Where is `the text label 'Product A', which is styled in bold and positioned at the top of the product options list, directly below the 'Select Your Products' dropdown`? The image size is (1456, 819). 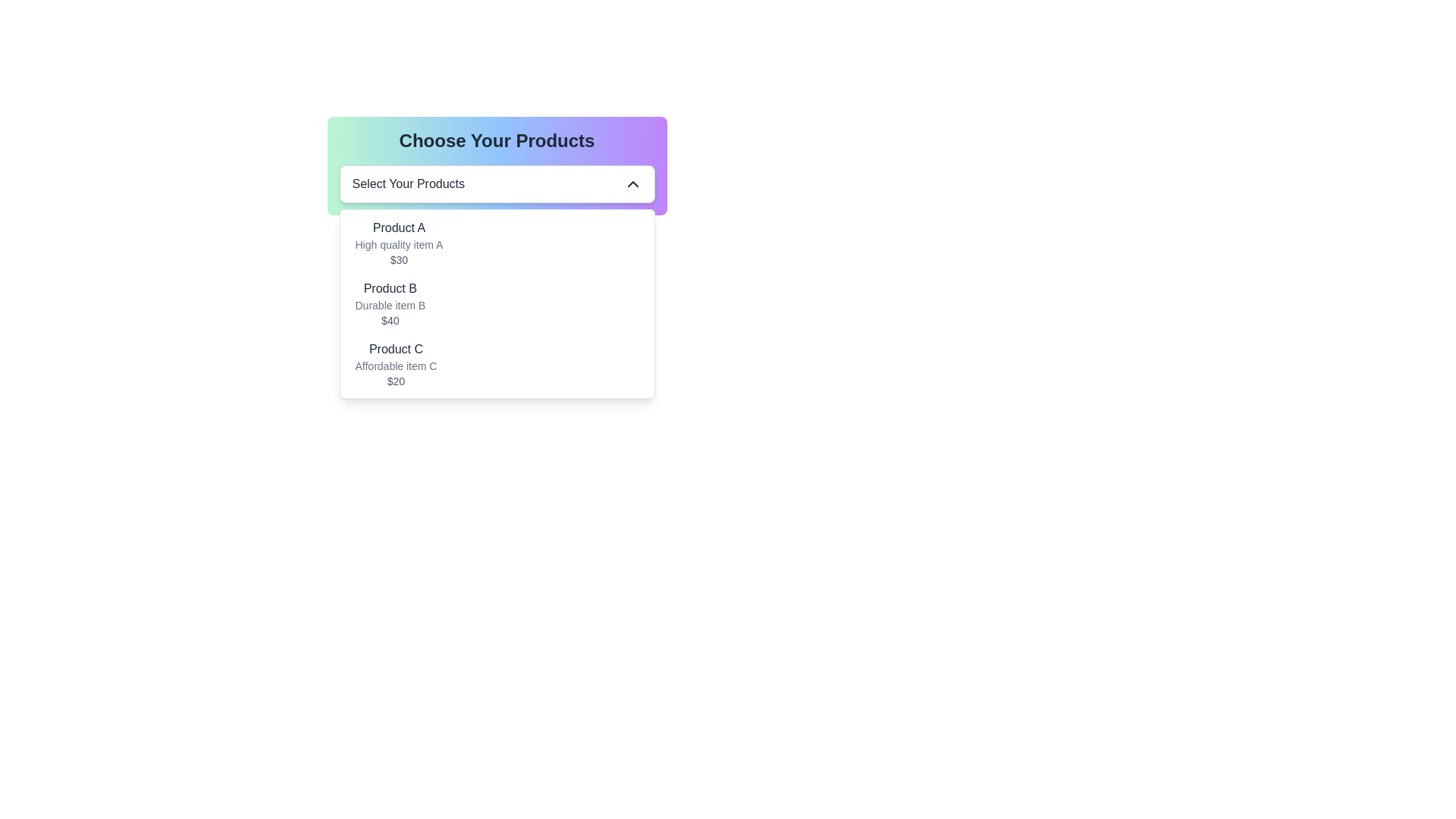
the text label 'Product A', which is styled in bold and positioned at the top of the product options list, directly below the 'Select Your Products' dropdown is located at coordinates (399, 227).